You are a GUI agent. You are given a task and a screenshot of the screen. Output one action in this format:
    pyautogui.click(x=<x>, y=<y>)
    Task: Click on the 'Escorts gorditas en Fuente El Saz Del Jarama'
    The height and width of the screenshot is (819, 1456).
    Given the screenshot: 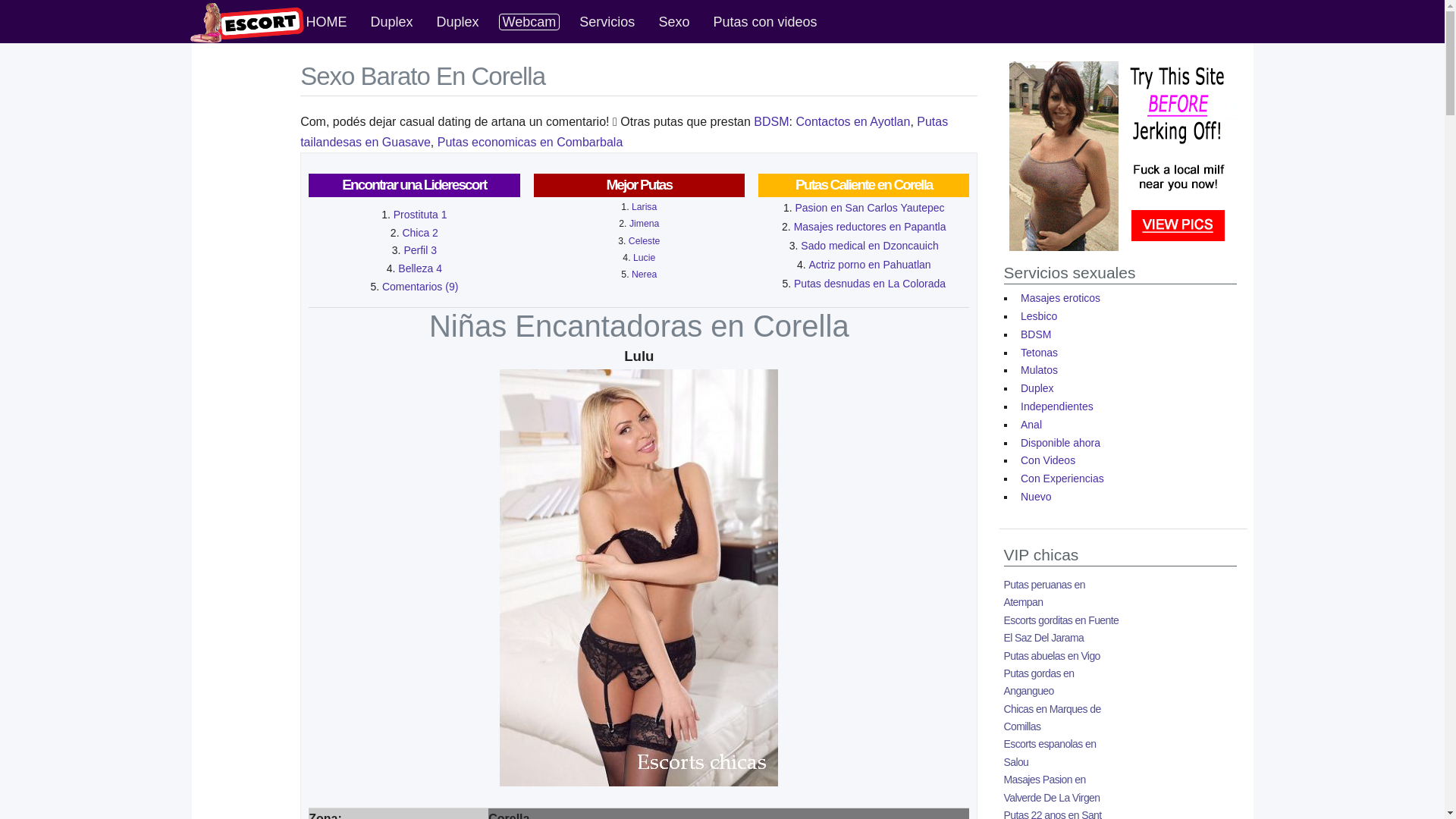 What is the action you would take?
    pyautogui.click(x=1061, y=629)
    